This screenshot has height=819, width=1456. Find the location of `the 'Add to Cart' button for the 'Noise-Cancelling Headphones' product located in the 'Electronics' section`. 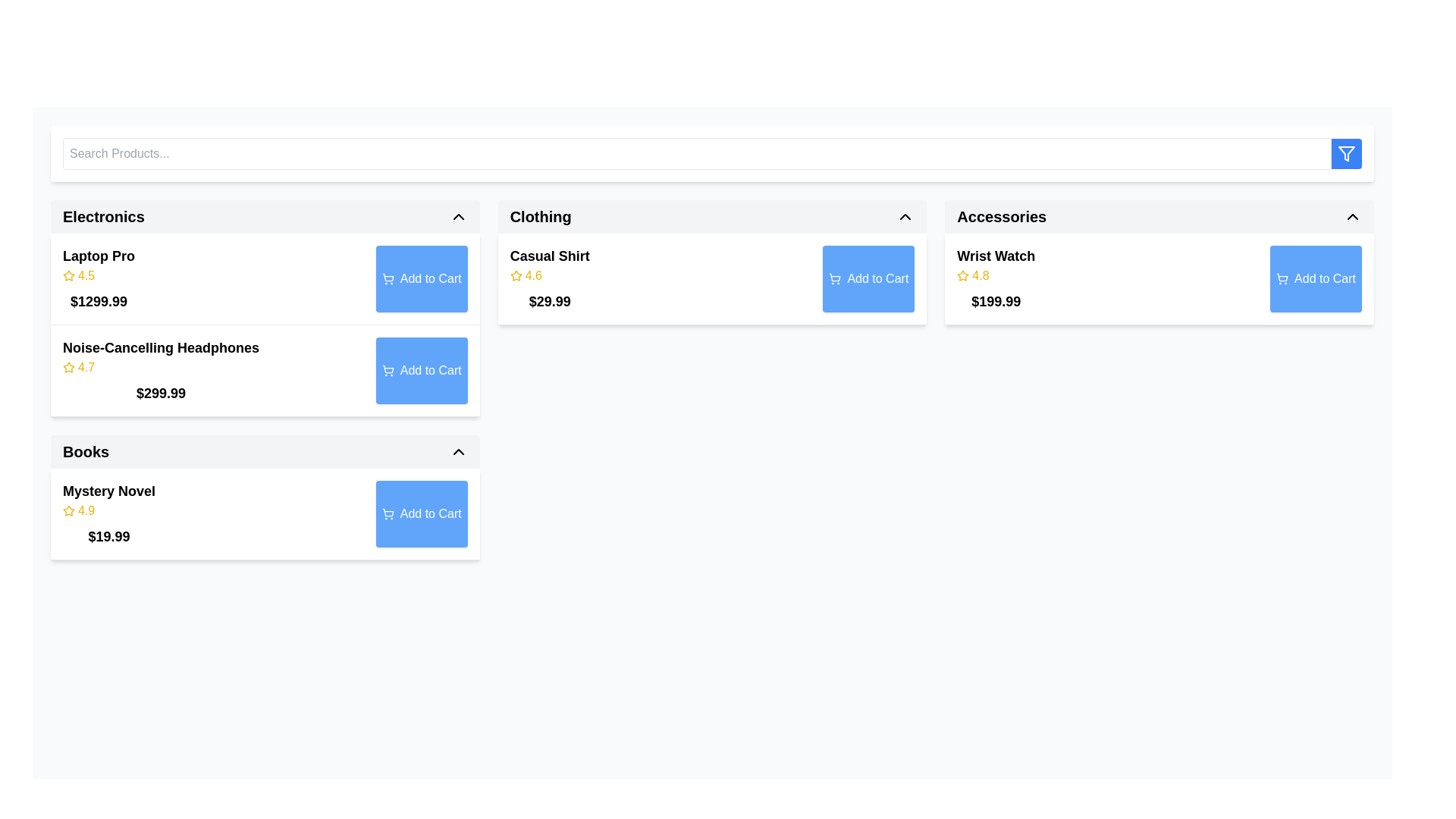

the 'Add to Cart' button for the 'Noise-Cancelling Headphones' product located in the 'Electronics' section is located at coordinates (422, 371).